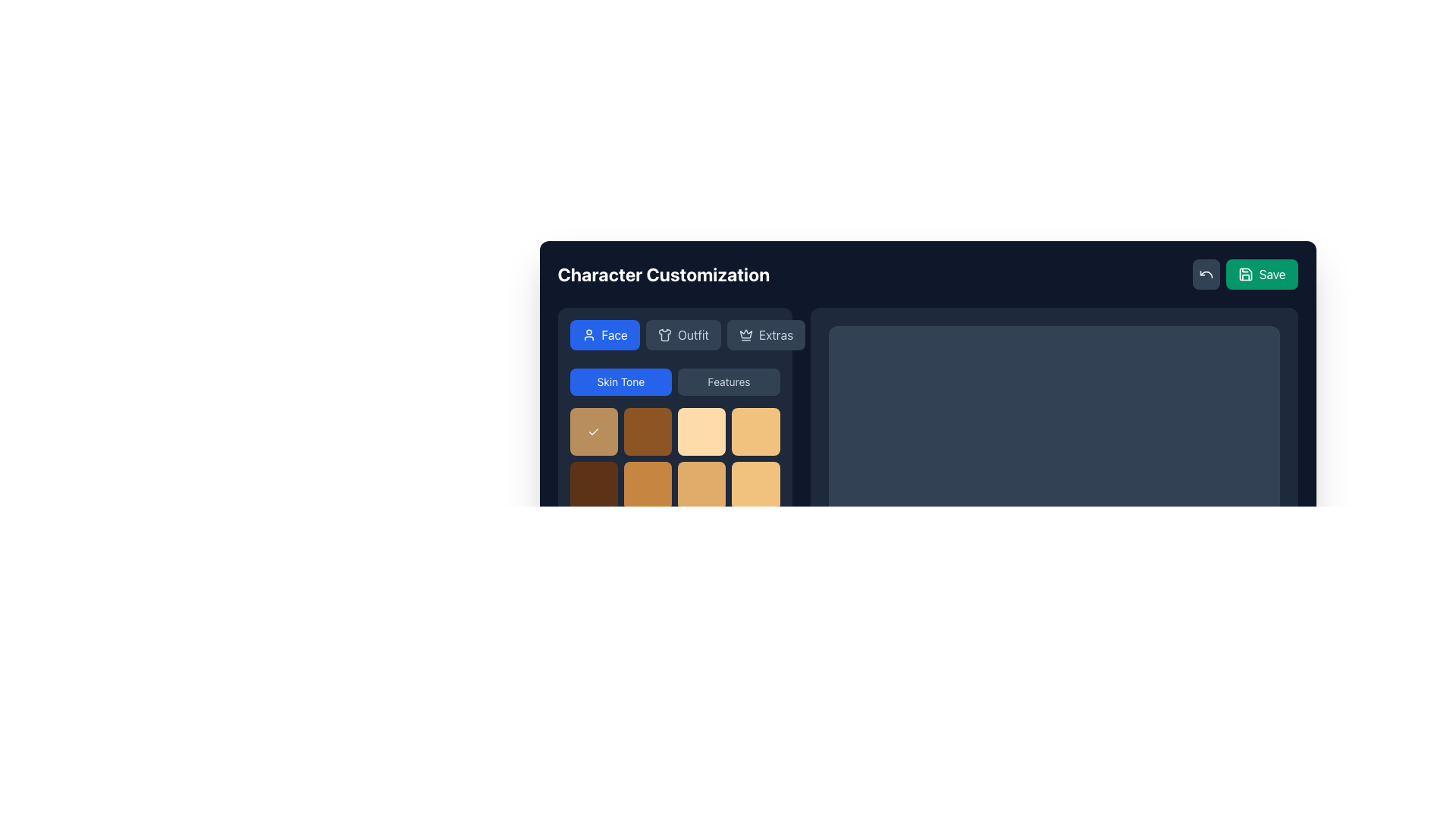 This screenshot has width=1456, height=819. Describe the element at coordinates (604, 334) in the screenshot. I see `the blue rounded rectangle button labeled 'Face' with a user silhouette icon` at that location.